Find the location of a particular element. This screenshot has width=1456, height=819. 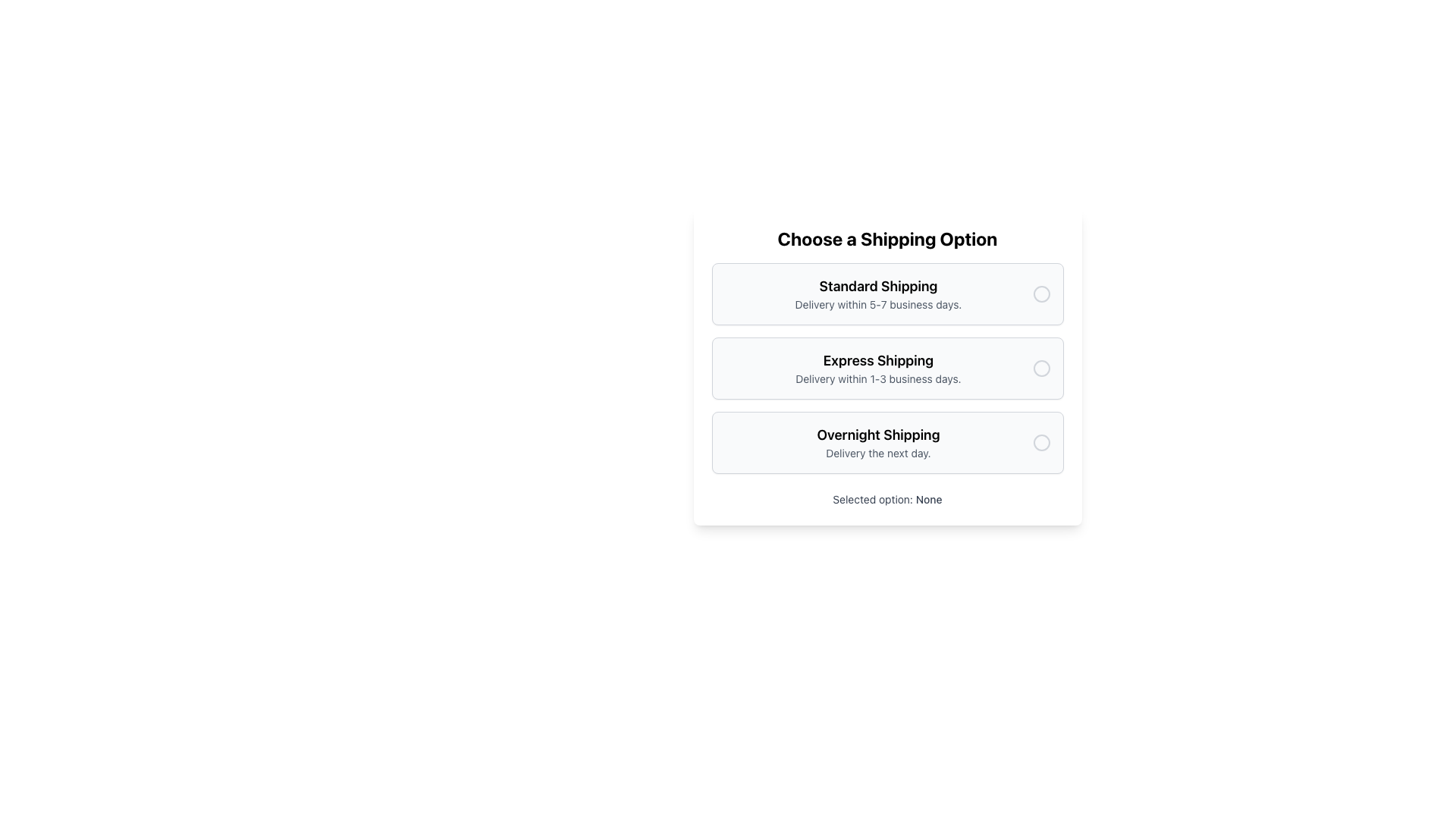

the circular radio button for 'Overnight Shipping' is located at coordinates (1040, 442).